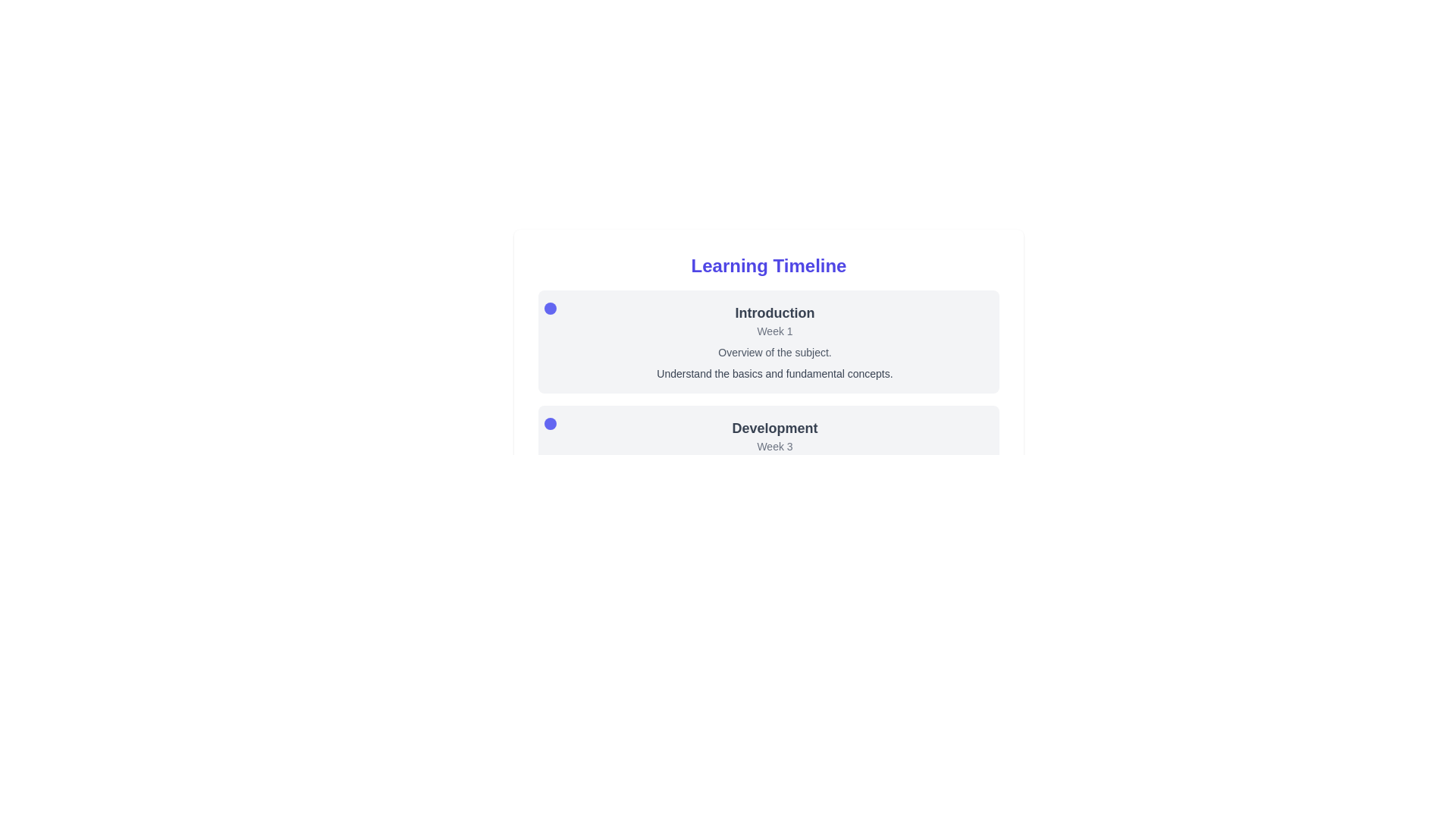  Describe the element at coordinates (775, 446) in the screenshot. I see `the 'Week 3' Text Label element, which is styled with a small gray font and positioned within a rounded, shaded panel beneath the 'Development' heading` at that location.